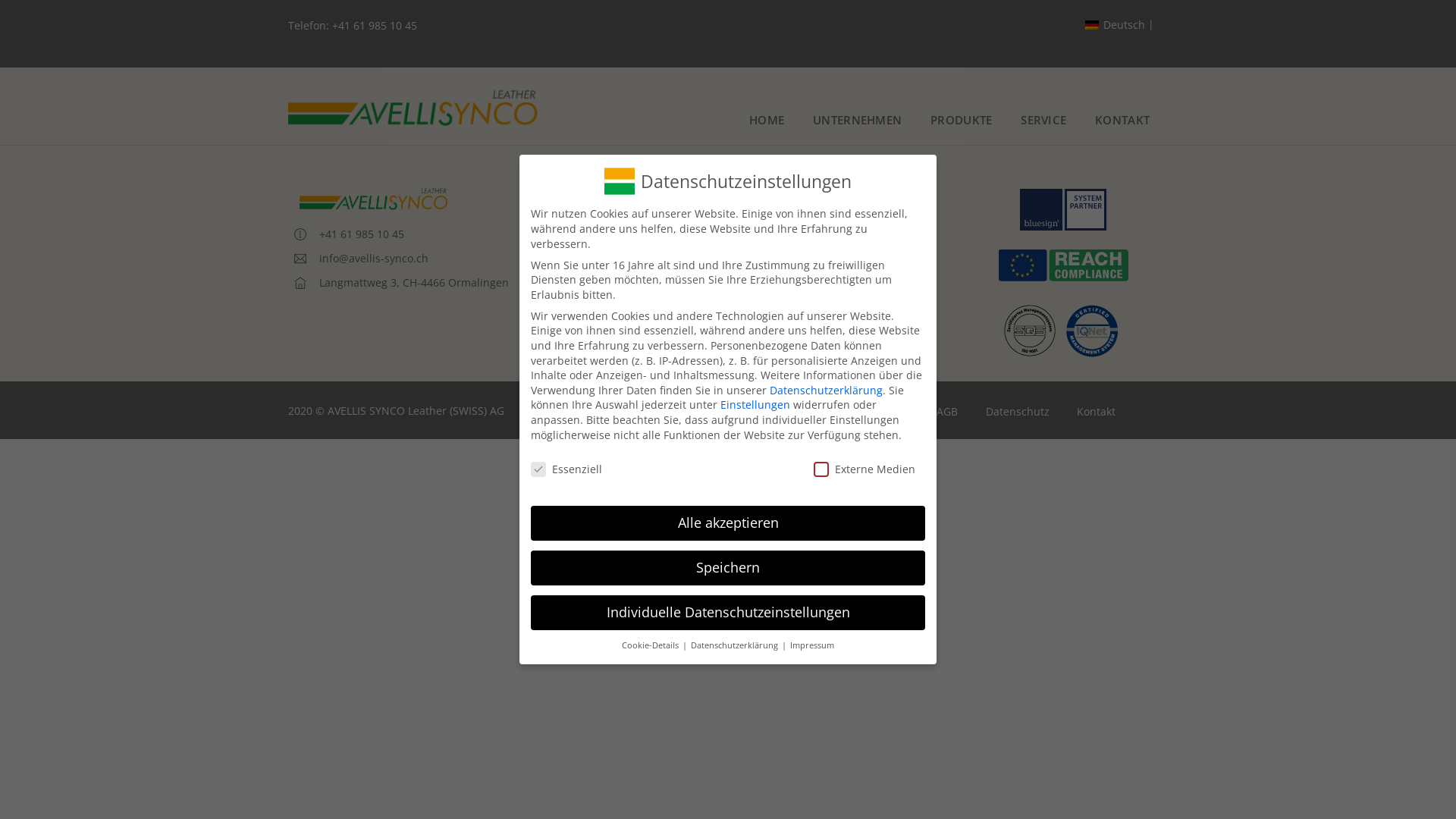  I want to click on '+41 61 985 10 45', so click(348, 234).